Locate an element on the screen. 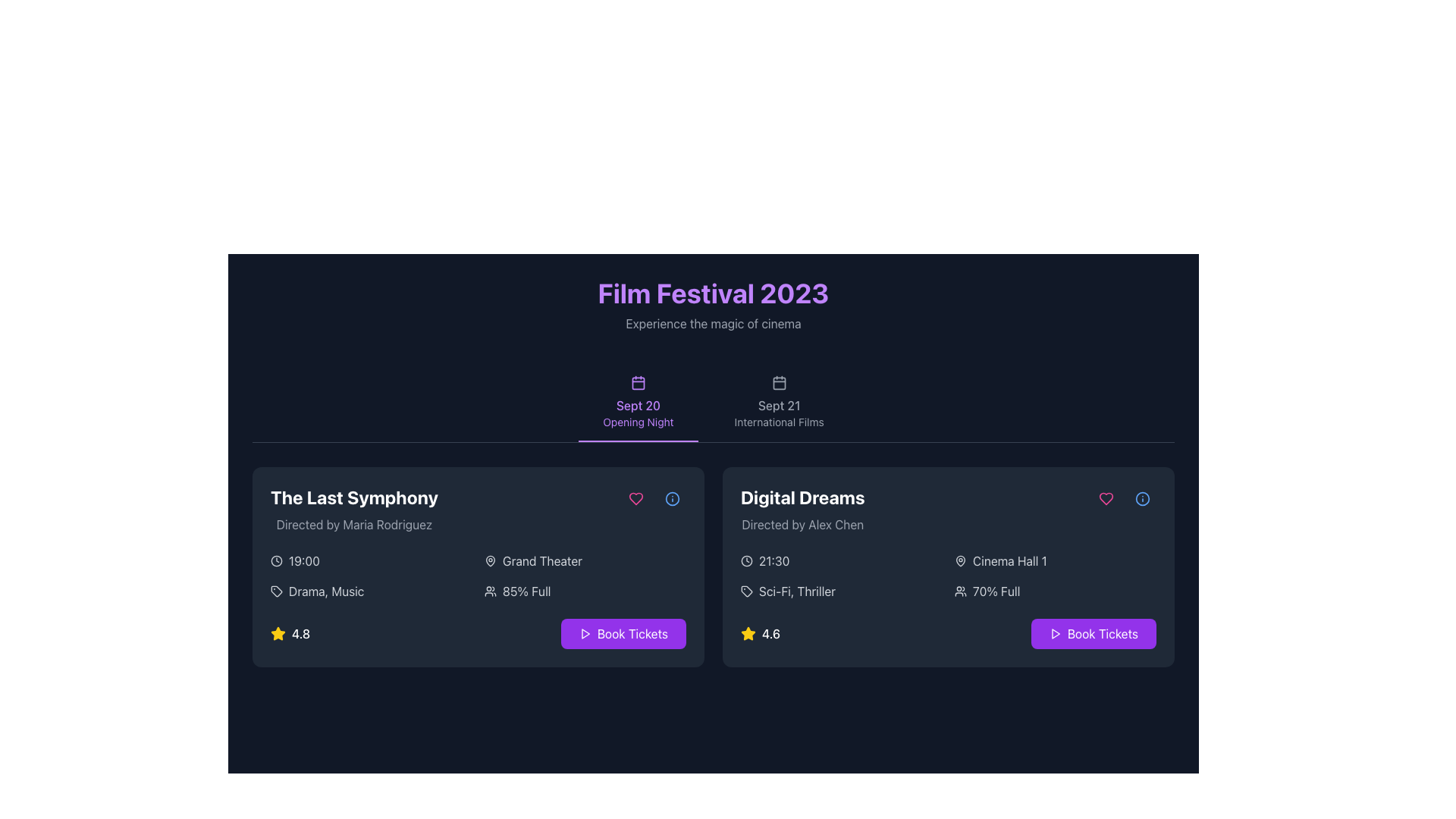  the location pin icon within the text group labeled 'Grand Theater', which is located is located at coordinates (491, 561).